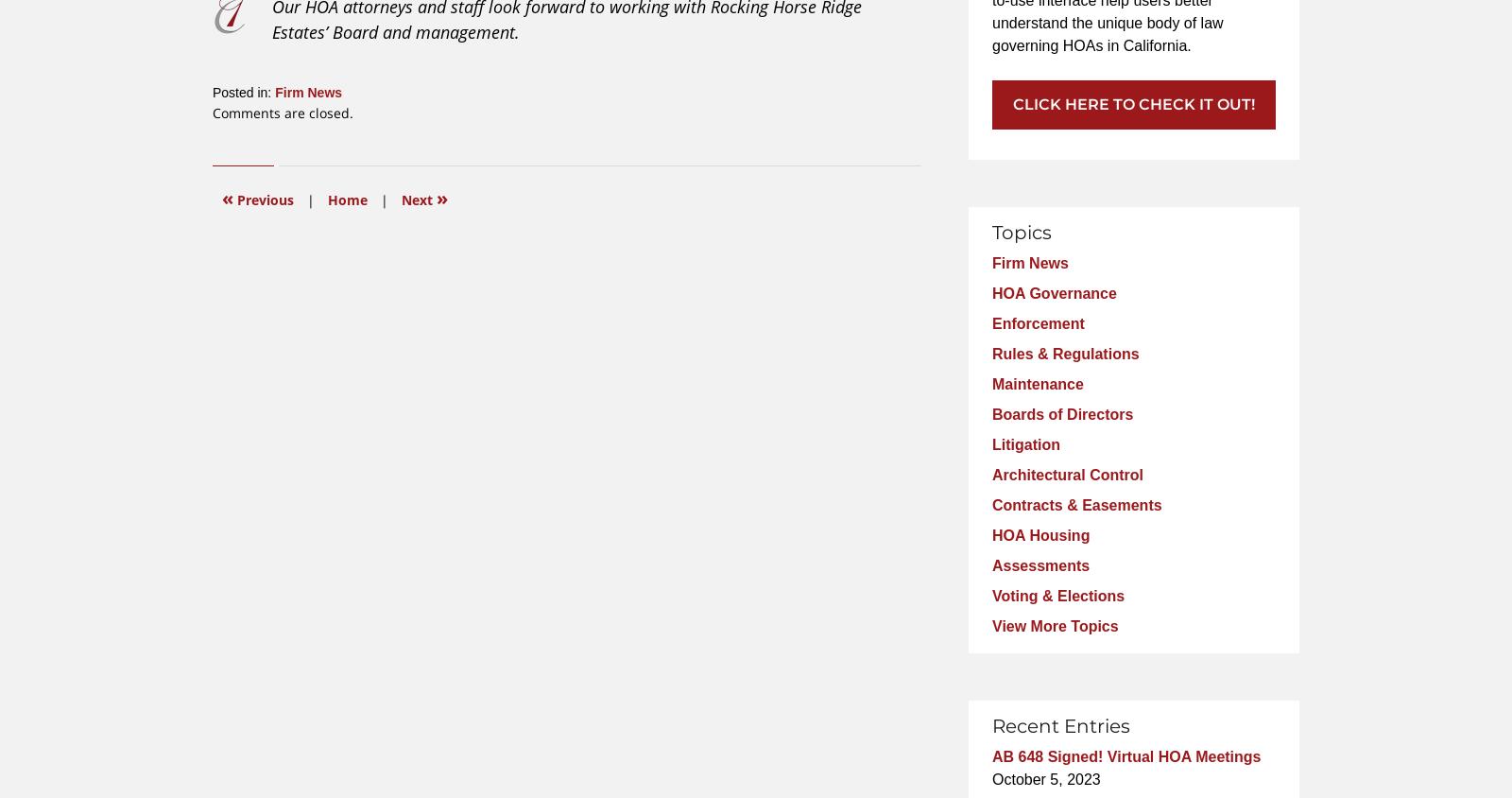 The height and width of the screenshot is (798, 1512). Describe the element at coordinates (348, 199) in the screenshot. I see `'Home'` at that location.